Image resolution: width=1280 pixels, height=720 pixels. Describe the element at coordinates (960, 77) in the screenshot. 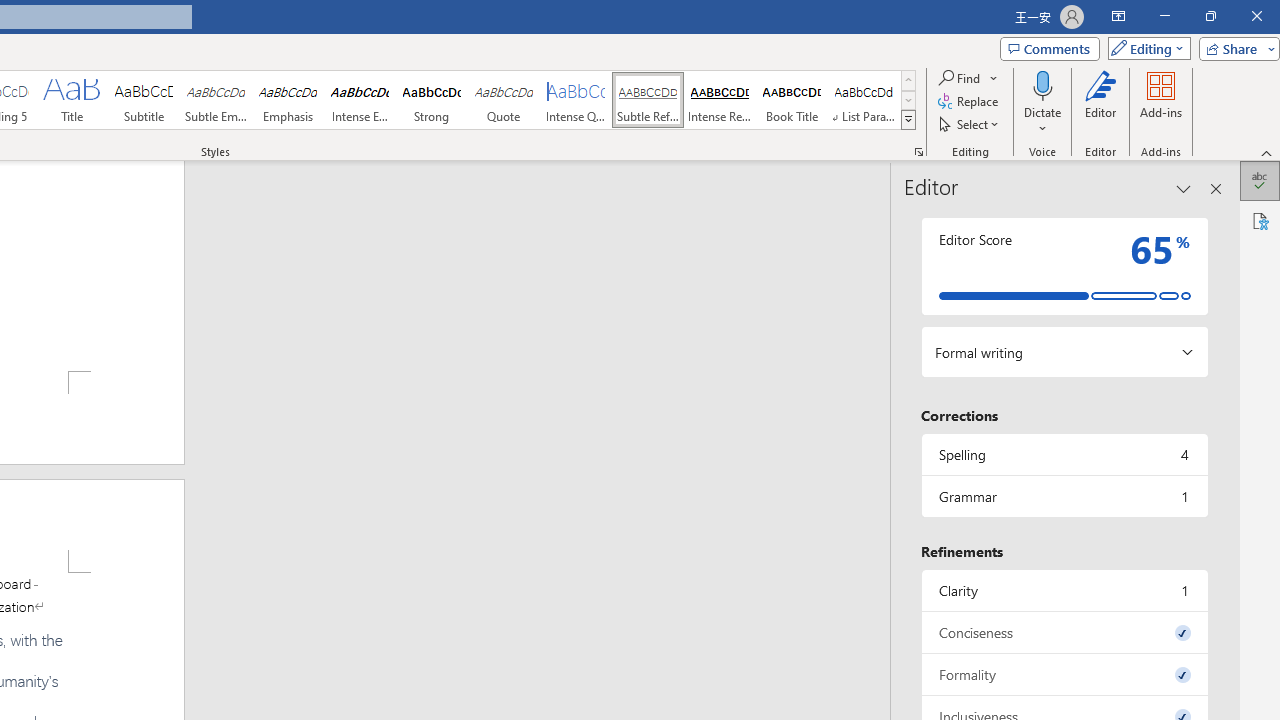

I see `'Find'` at that location.